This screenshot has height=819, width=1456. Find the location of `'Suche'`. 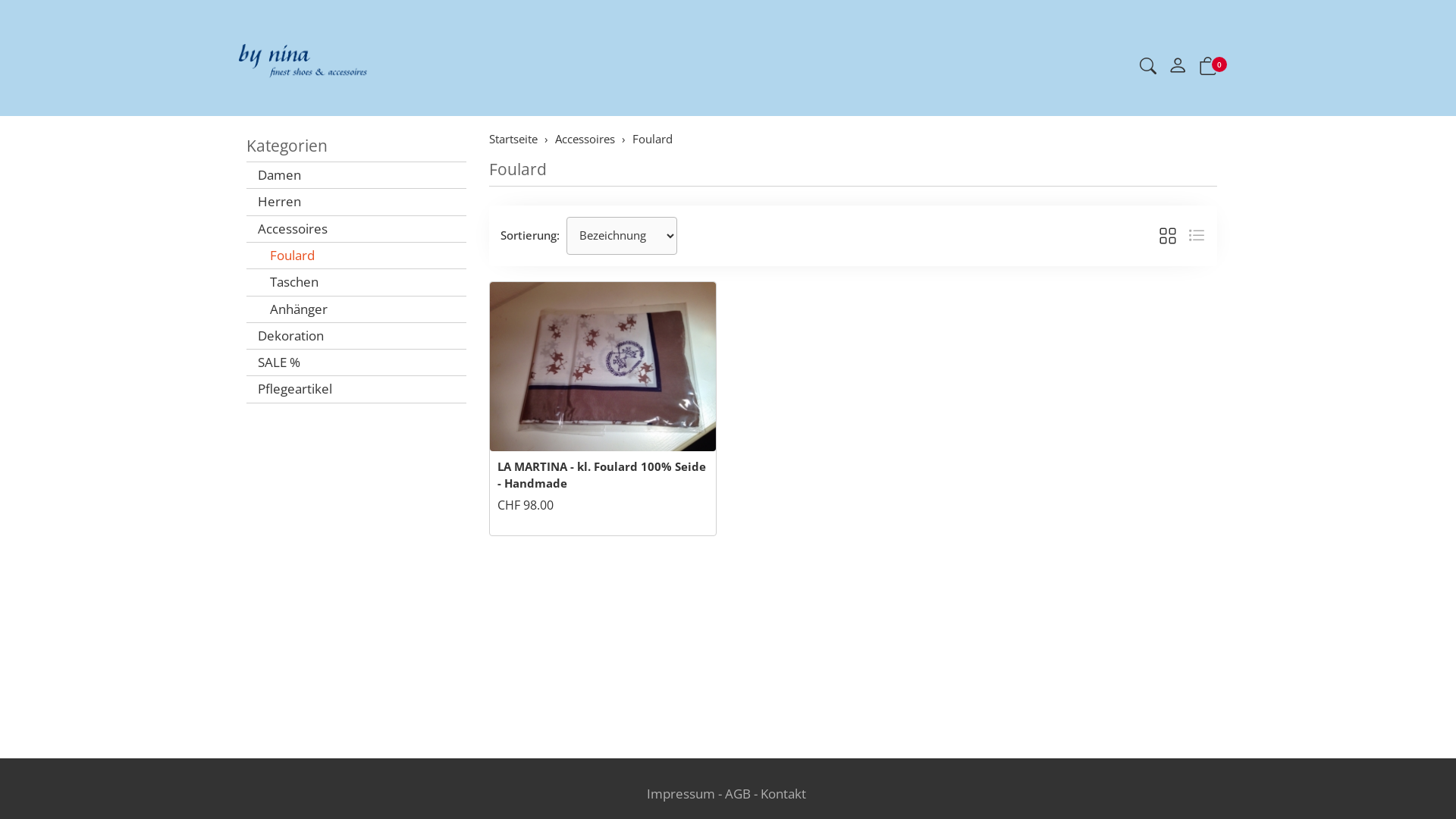

'Suche' is located at coordinates (1147, 67).